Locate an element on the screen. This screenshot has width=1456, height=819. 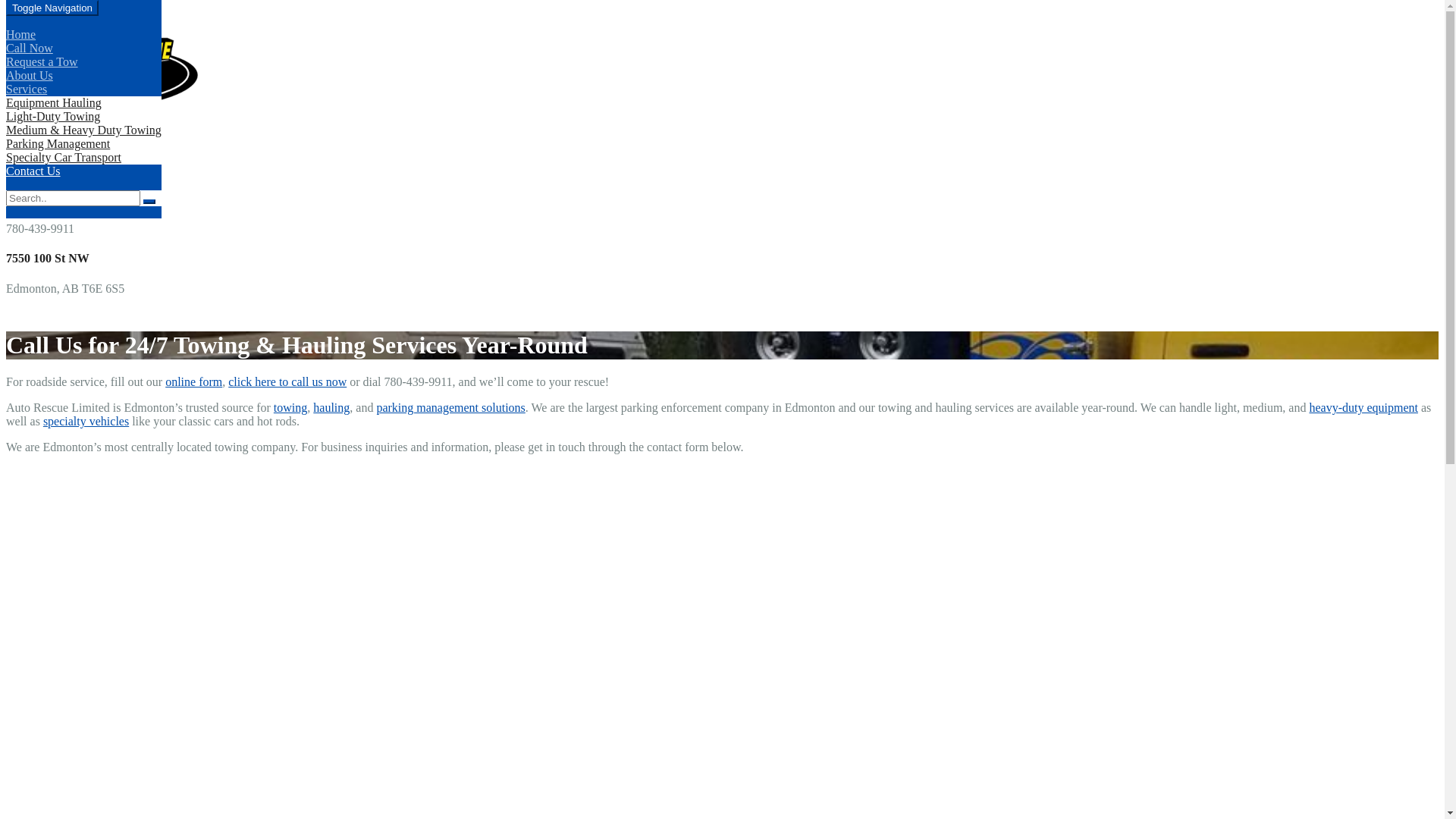
'Parking Management' is located at coordinates (58, 143).